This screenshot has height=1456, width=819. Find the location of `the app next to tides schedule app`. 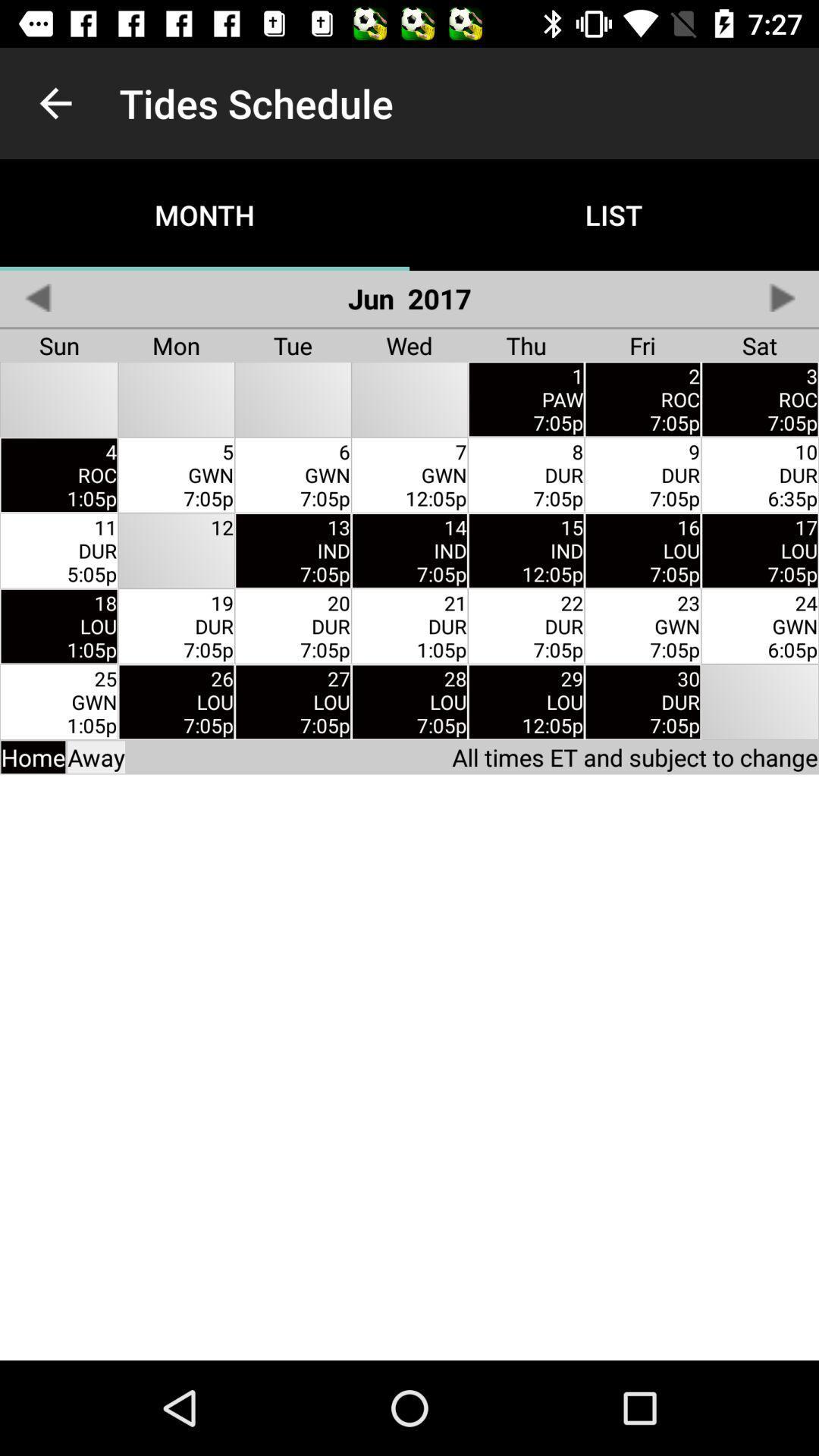

the app next to tides schedule app is located at coordinates (55, 102).